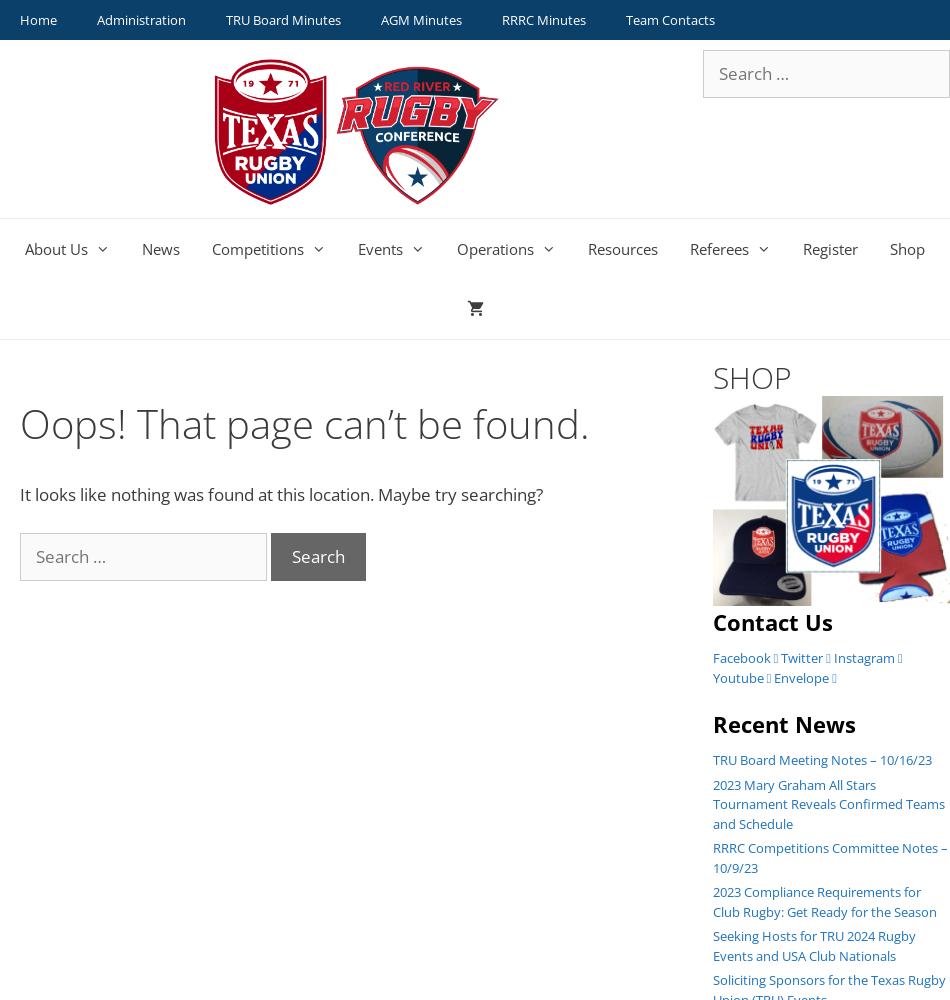 The height and width of the screenshot is (1000, 950). What do you see at coordinates (823, 901) in the screenshot?
I see `'2023 Compliance Requirements for Club Rugby: Get Ready for the Season'` at bounding box center [823, 901].